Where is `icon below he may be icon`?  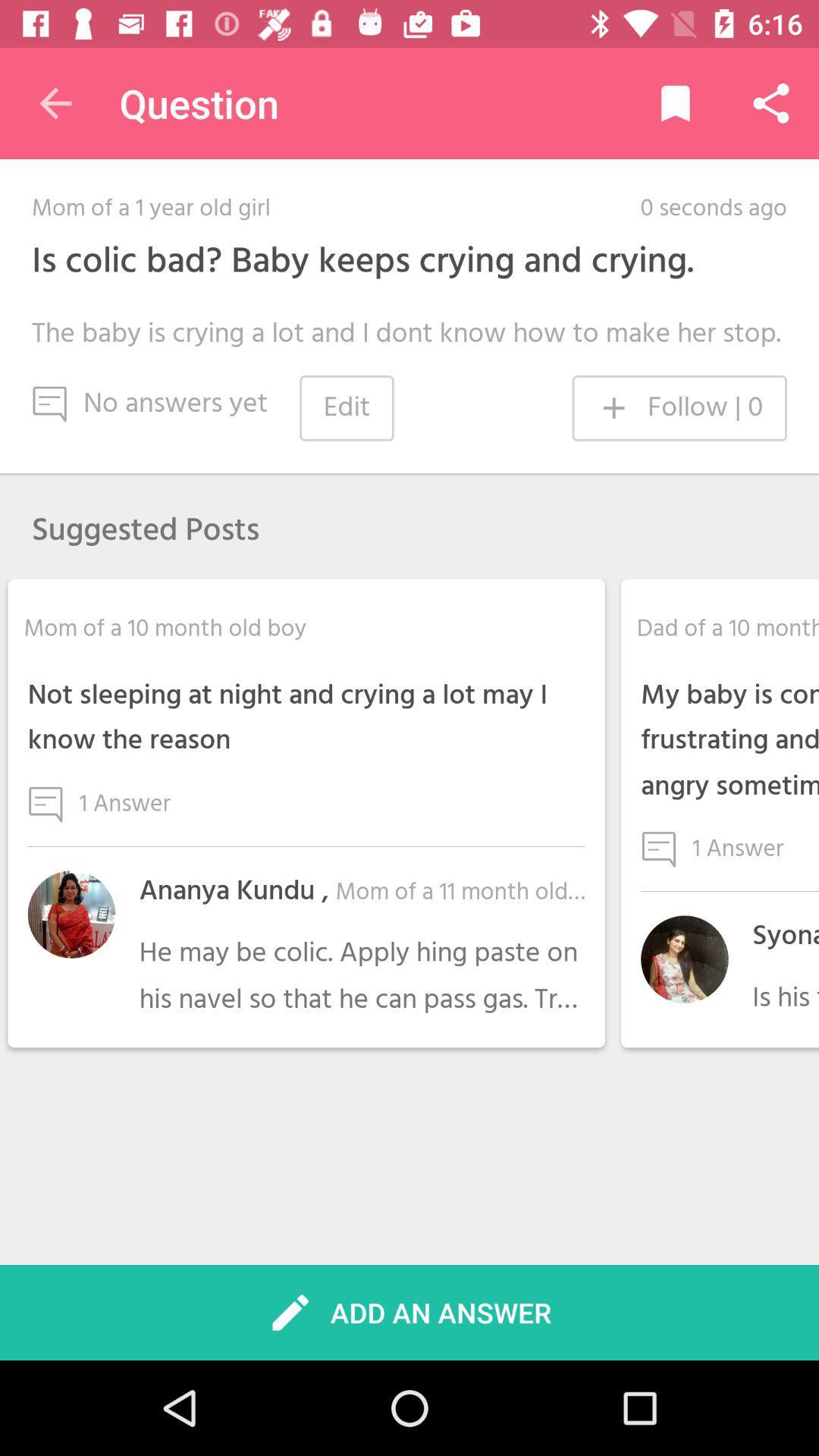
icon below he may be icon is located at coordinates (408, 1312).